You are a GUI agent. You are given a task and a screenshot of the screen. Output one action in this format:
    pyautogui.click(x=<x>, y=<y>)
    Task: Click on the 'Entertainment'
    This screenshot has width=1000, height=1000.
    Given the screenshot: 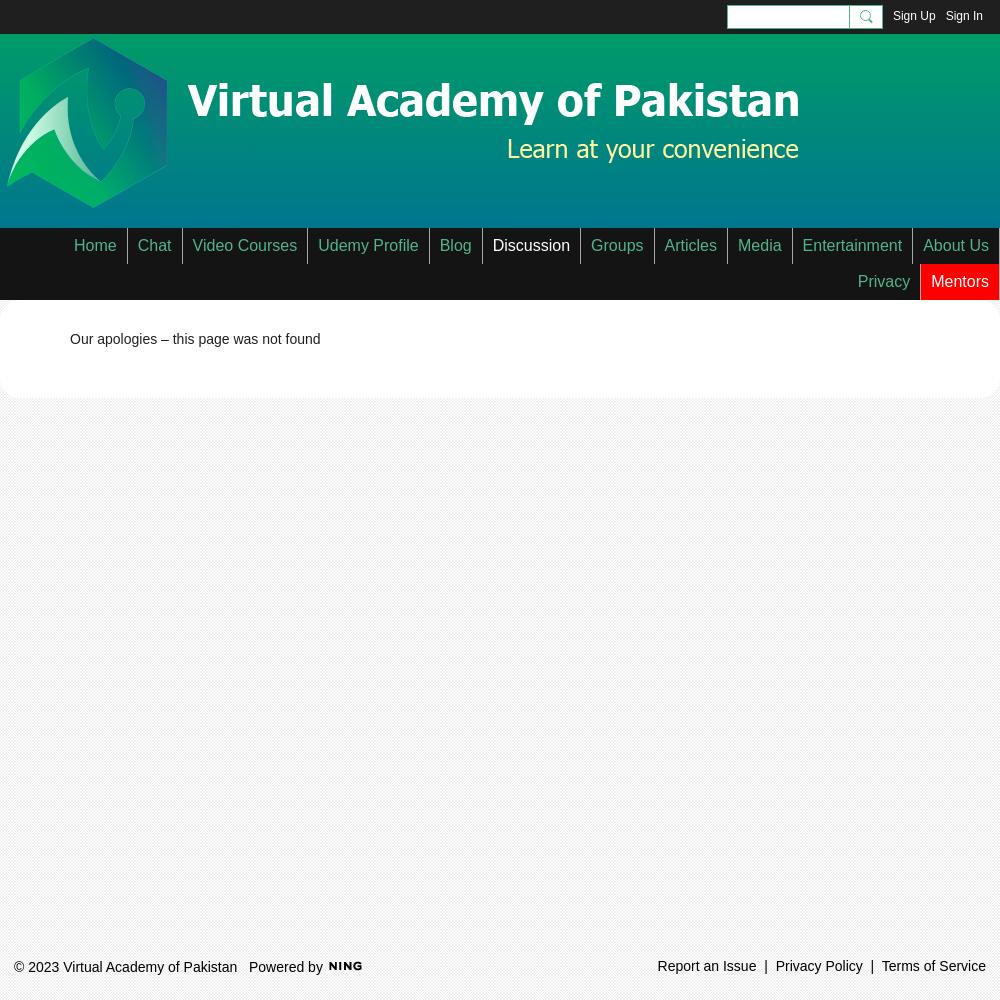 What is the action you would take?
    pyautogui.click(x=851, y=244)
    